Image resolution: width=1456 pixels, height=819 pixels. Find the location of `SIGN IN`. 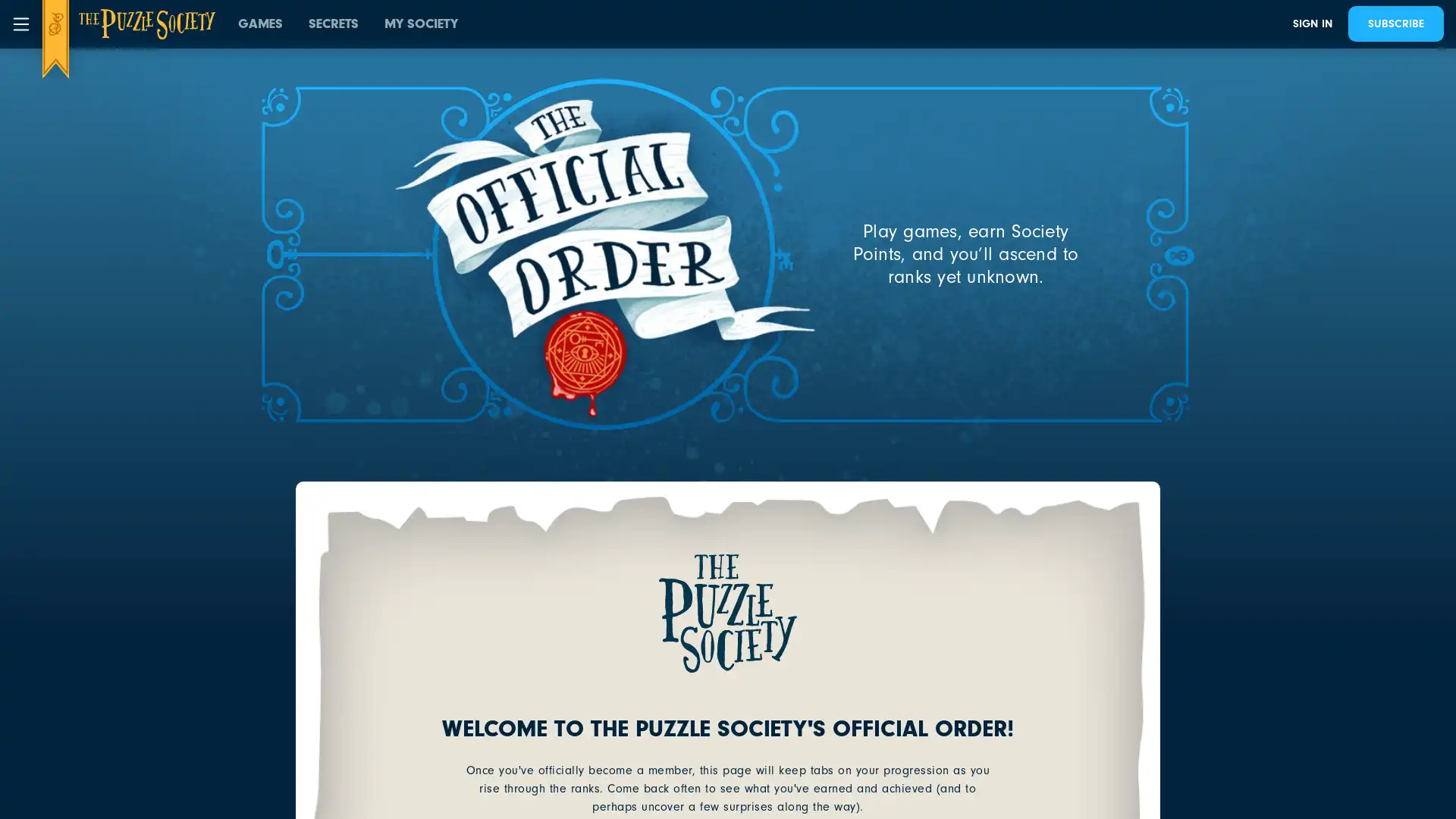

SIGN IN is located at coordinates (1312, 24).